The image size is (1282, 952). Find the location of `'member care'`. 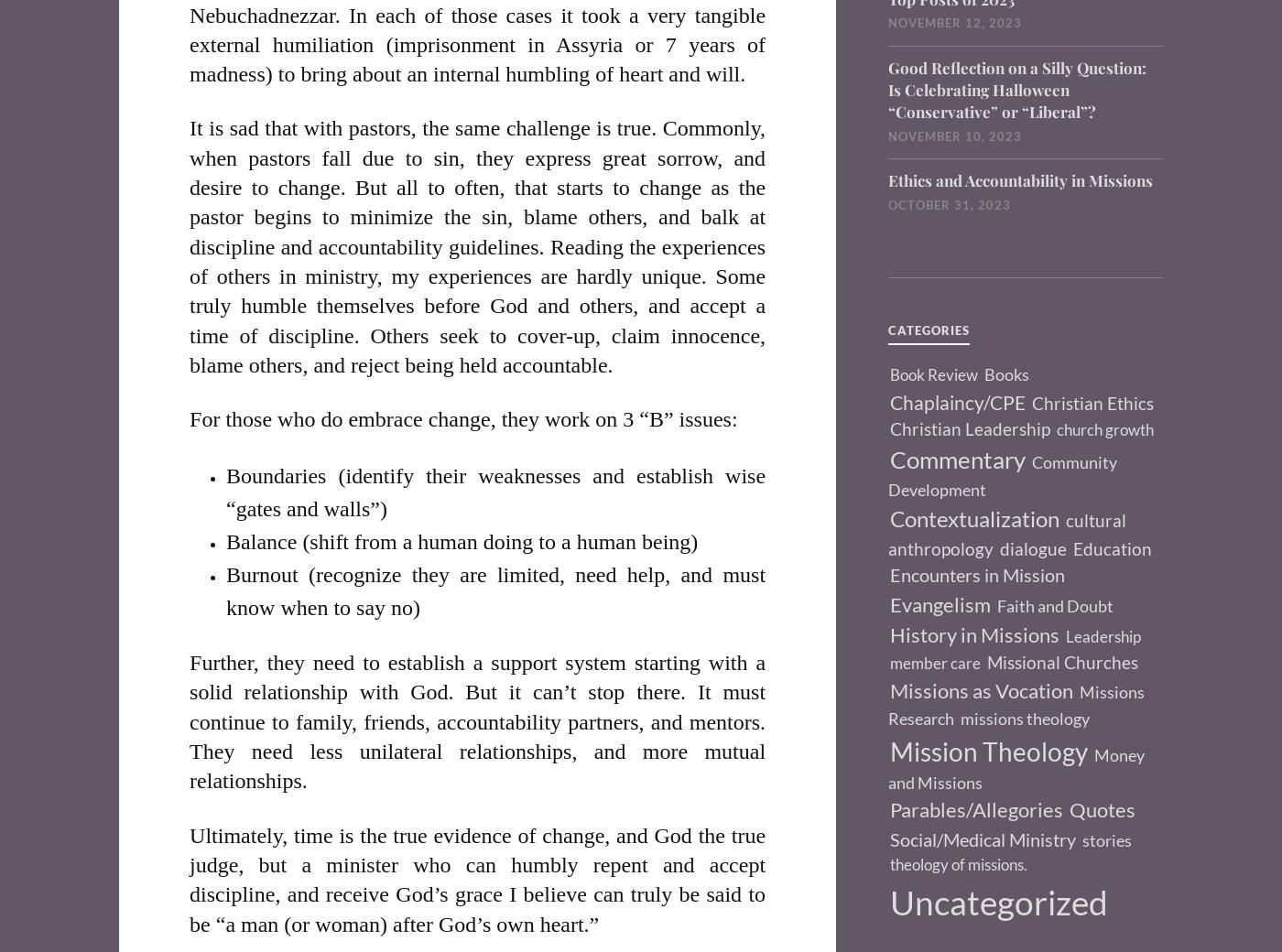

'member care' is located at coordinates (890, 663).